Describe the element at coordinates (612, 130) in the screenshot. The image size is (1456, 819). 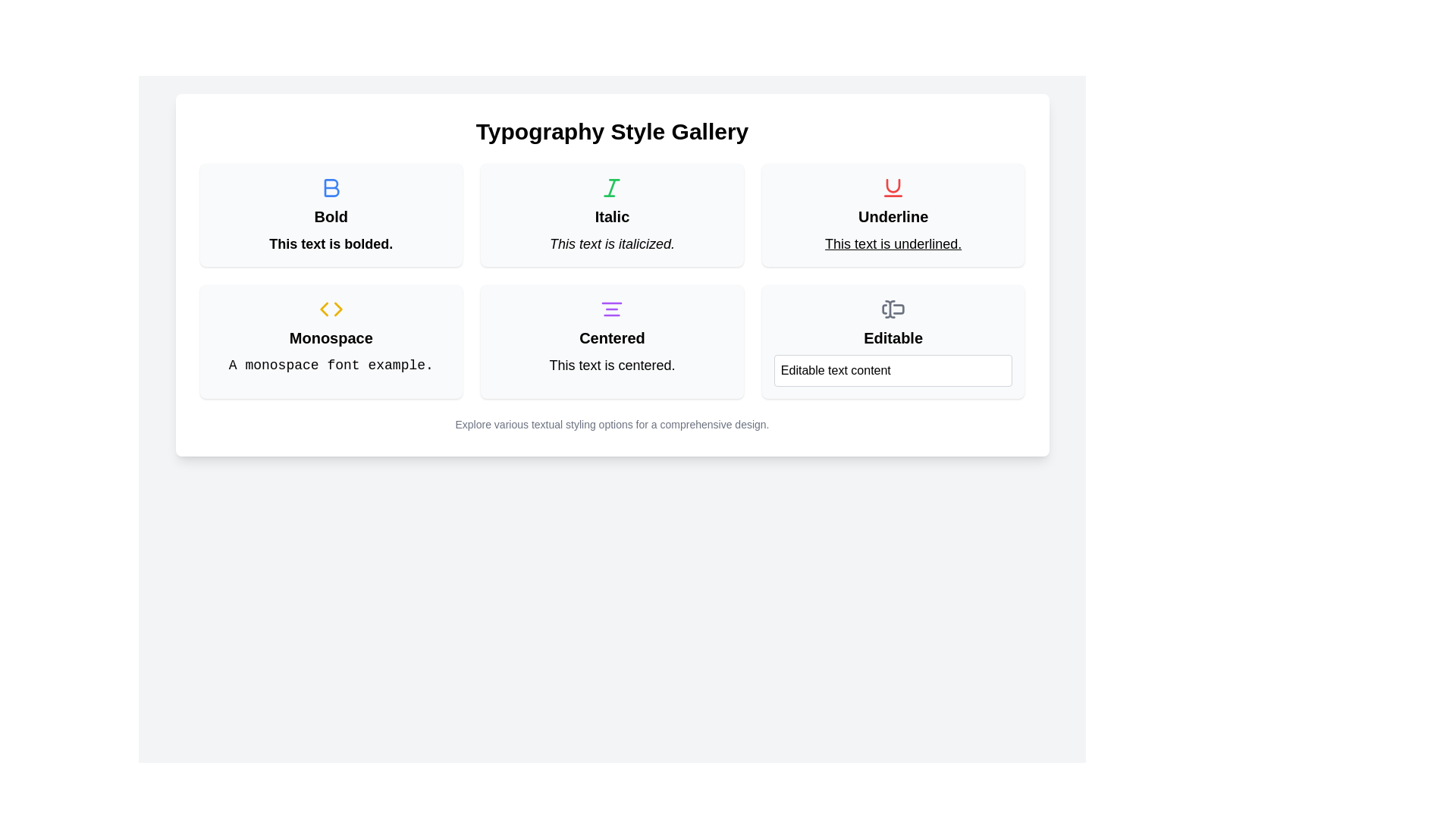
I see `the prominent heading with the text 'Typography Style Gallery', which is styled boldly and centered at the top of the content block` at that location.